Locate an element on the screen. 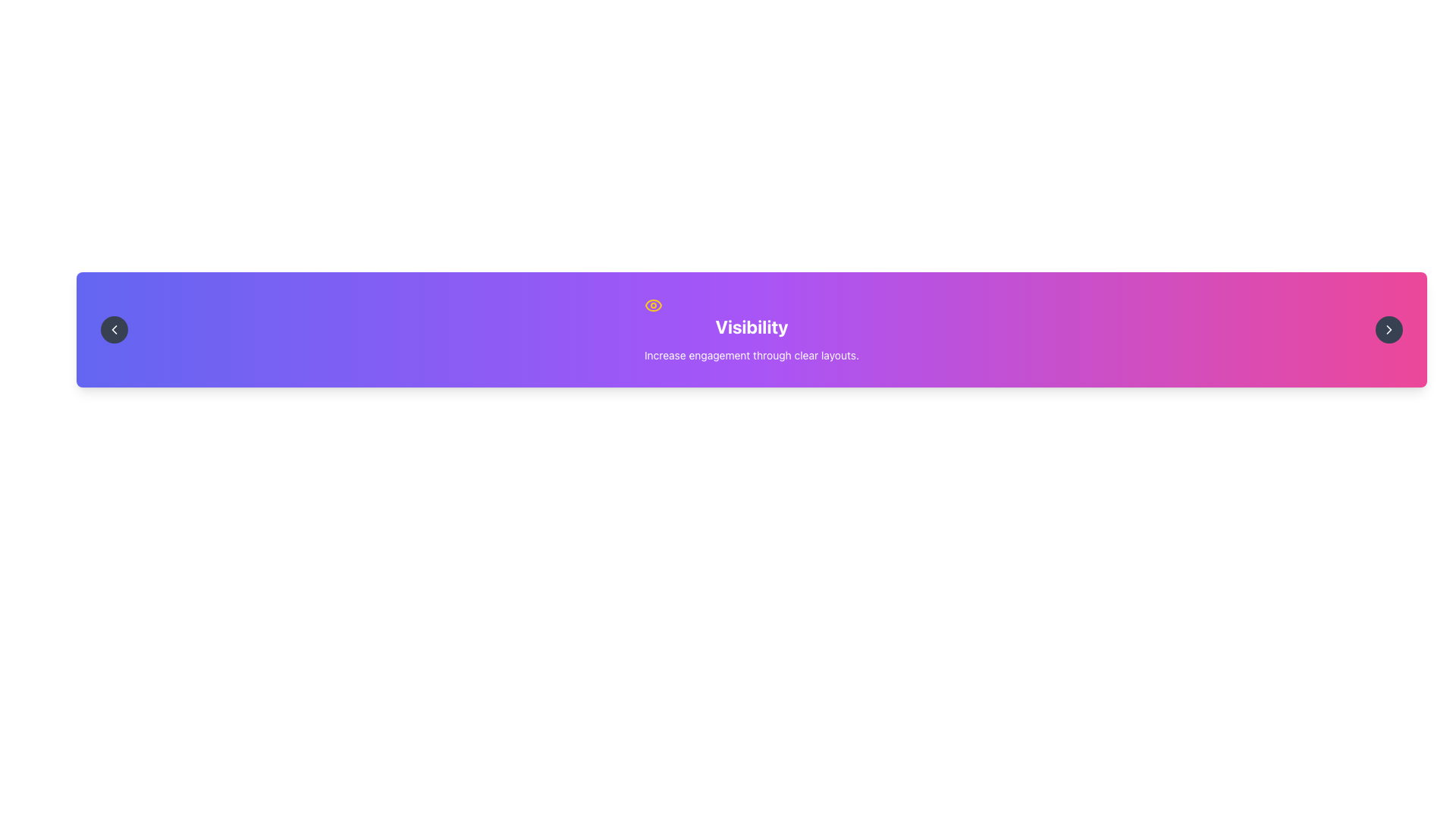  the yellow eye icon, which is circular in shape and positioned above the title text 'Visibility' is located at coordinates (653, 305).